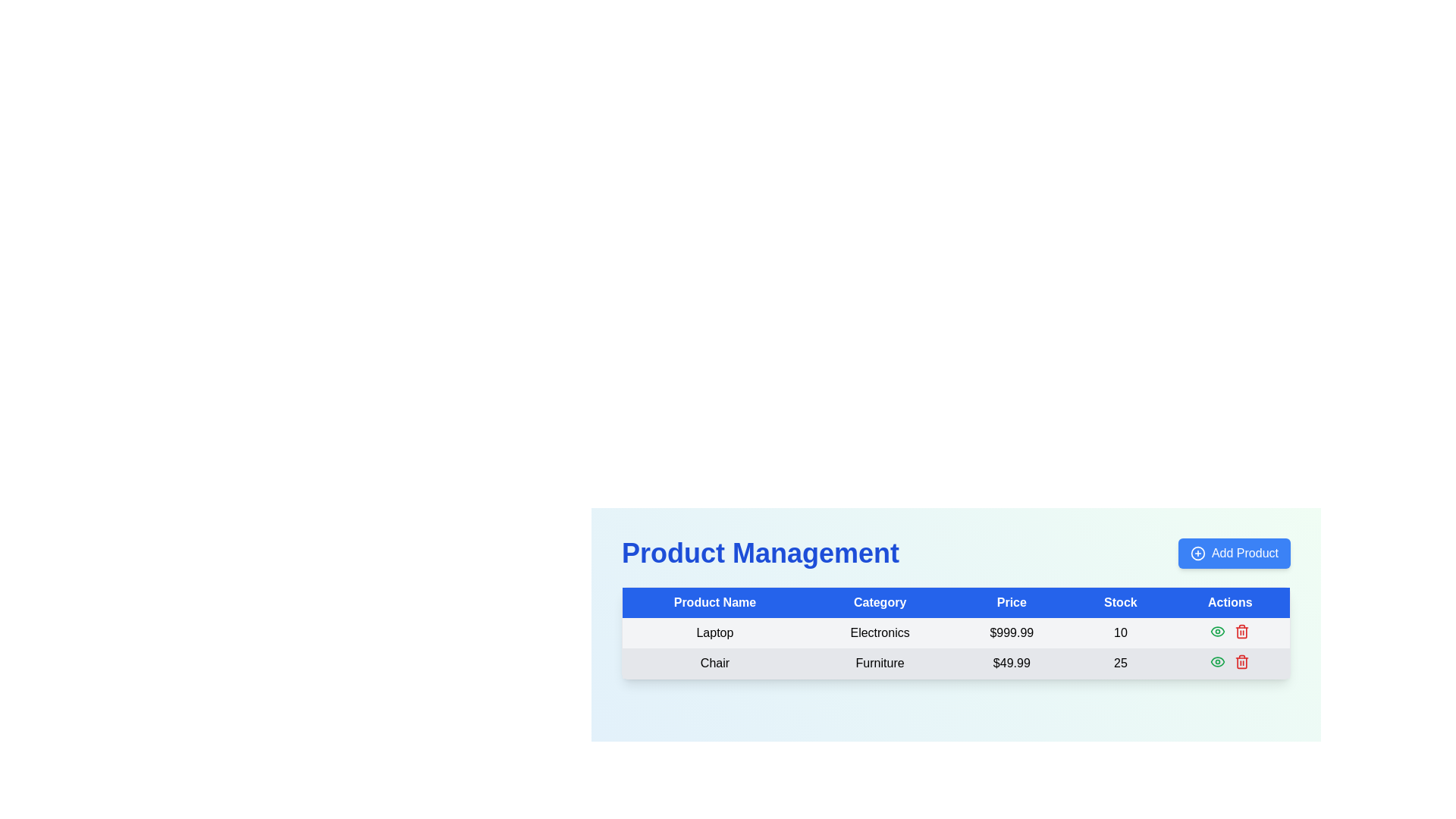 This screenshot has width=1456, height=819. Describe the element at coordinates (1242, 661) in the screenshot. I see `the trash icon button located in the 'Actions' column of the second row of the product table` at that location.